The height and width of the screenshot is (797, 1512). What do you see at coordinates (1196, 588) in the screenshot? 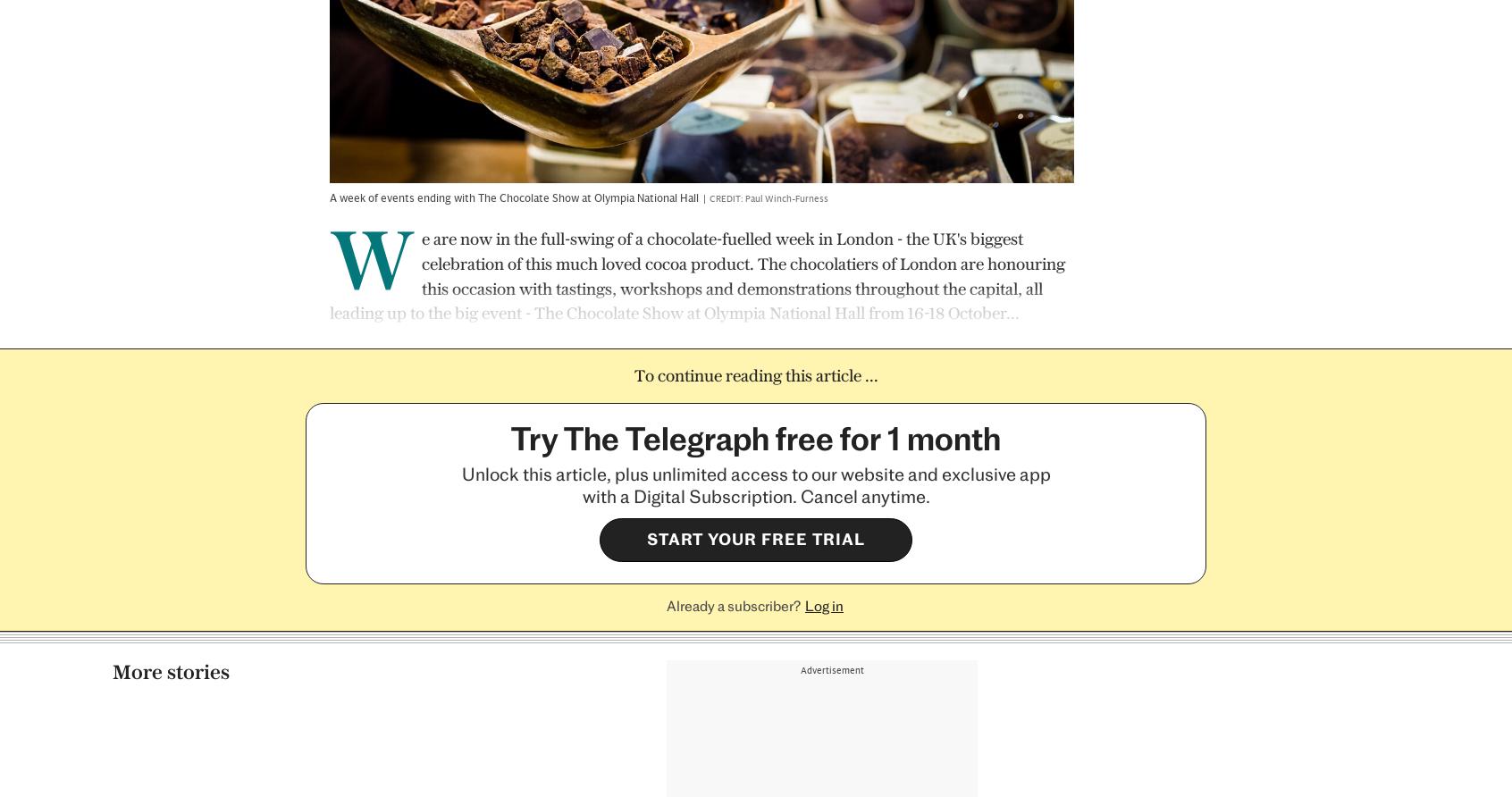
I see `'The own-brand cream cheese that beats the rest – even Philadelphia'` at bounding box center [1196, 588].